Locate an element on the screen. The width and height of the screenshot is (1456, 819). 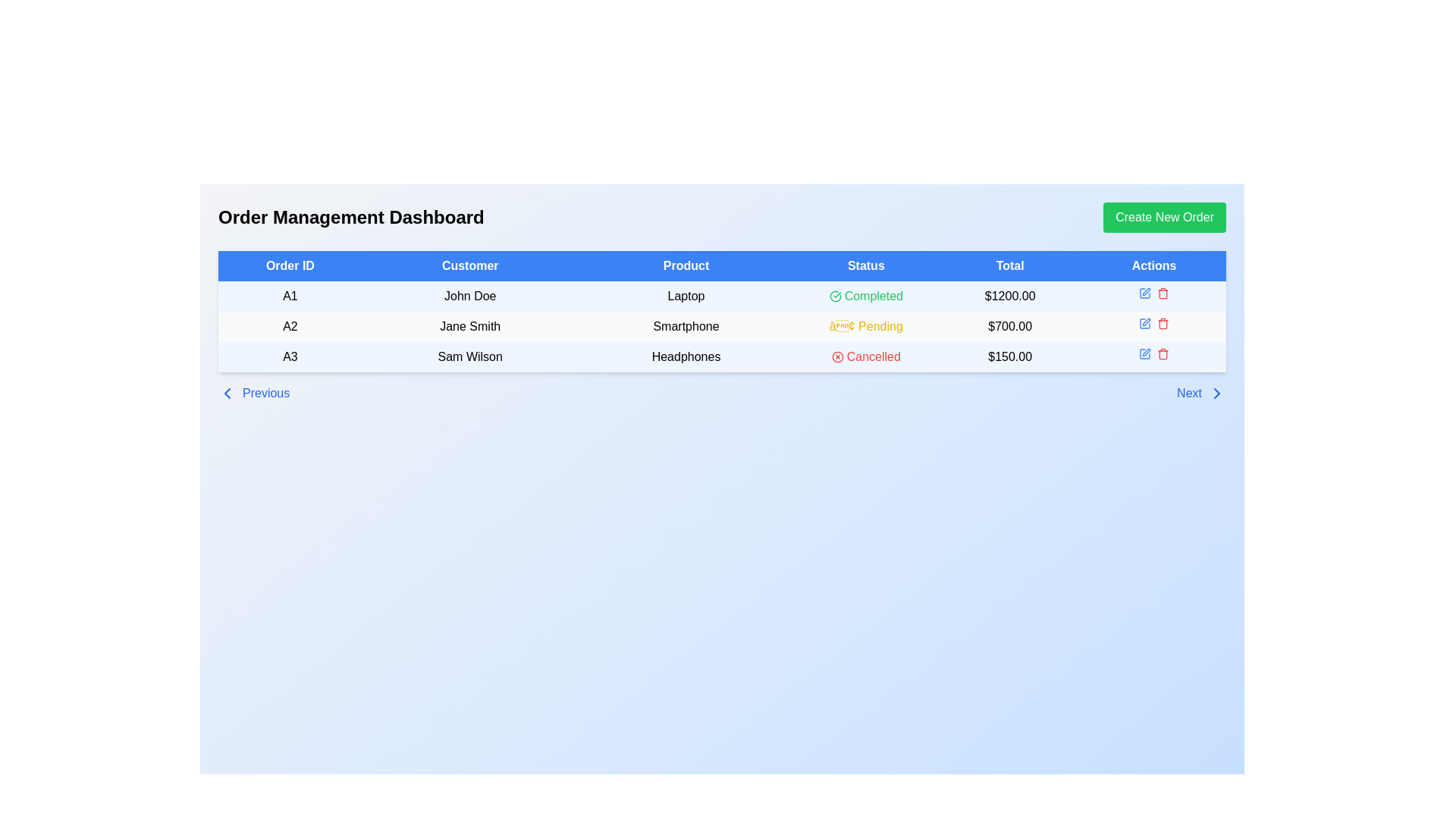
the text label that reads 'Smartphone', which is centered in the third column of the second row in a table under the 'Product' column is located at coordinates (686, 326).